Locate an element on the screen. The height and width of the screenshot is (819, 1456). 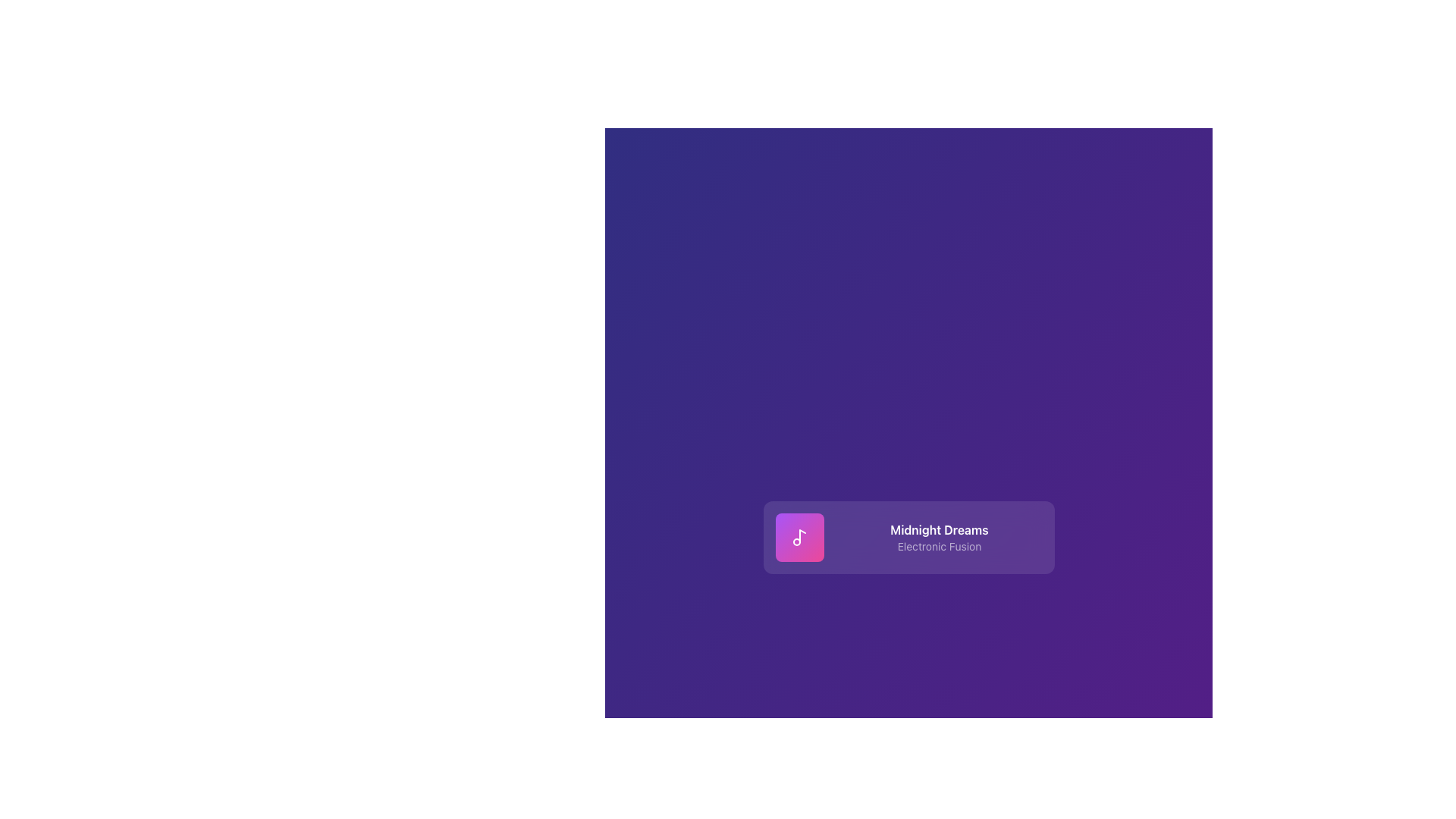
the square-shaped Icon Button featuring a gradient background with a white music note icon, positioned to the left of the 'Midnight Dreams' text description is located at coordinates (799, 537).